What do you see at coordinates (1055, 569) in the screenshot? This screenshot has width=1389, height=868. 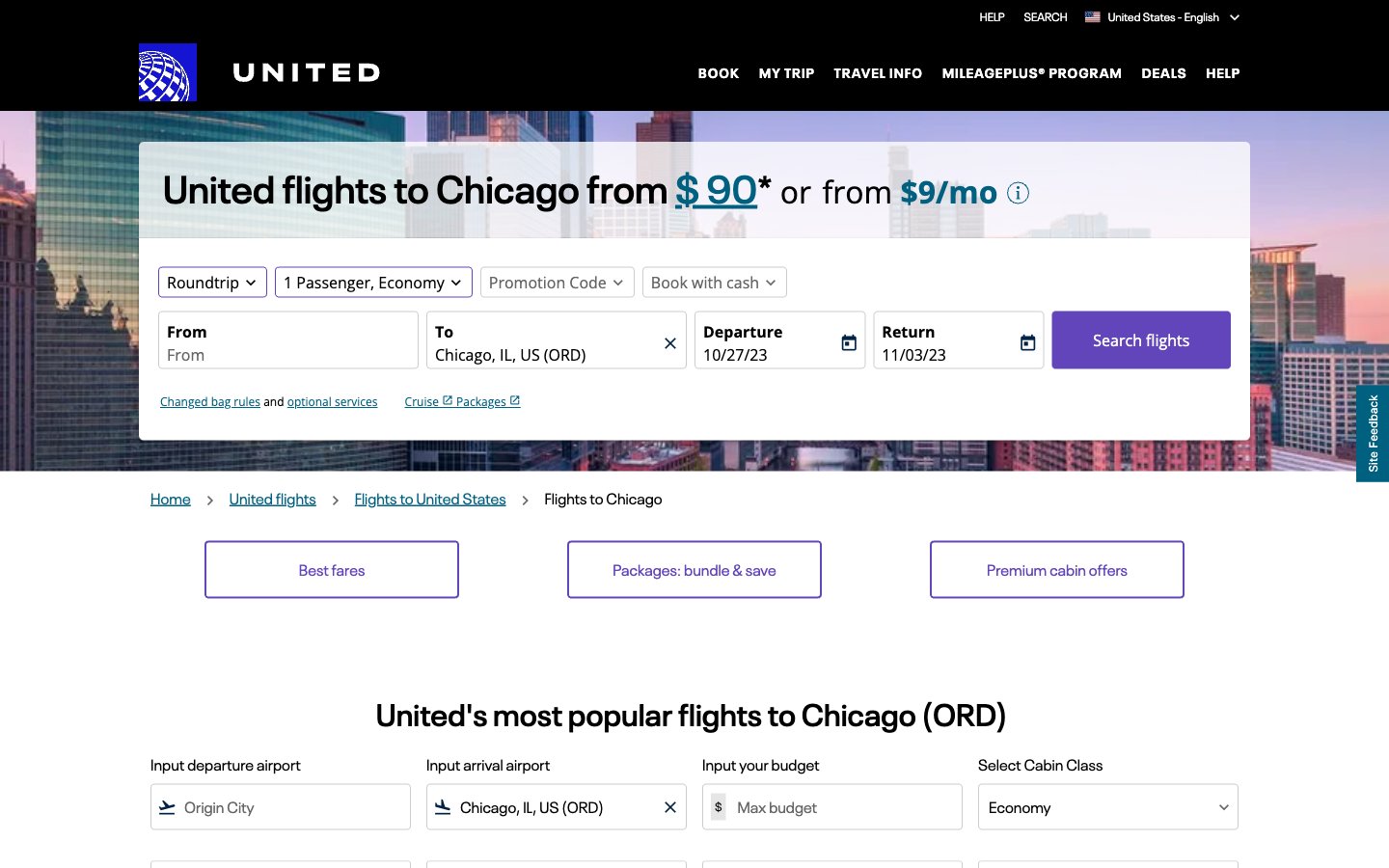 I see `Redirect to Premium Cabin Offers` at bounding box center [1055, 569].